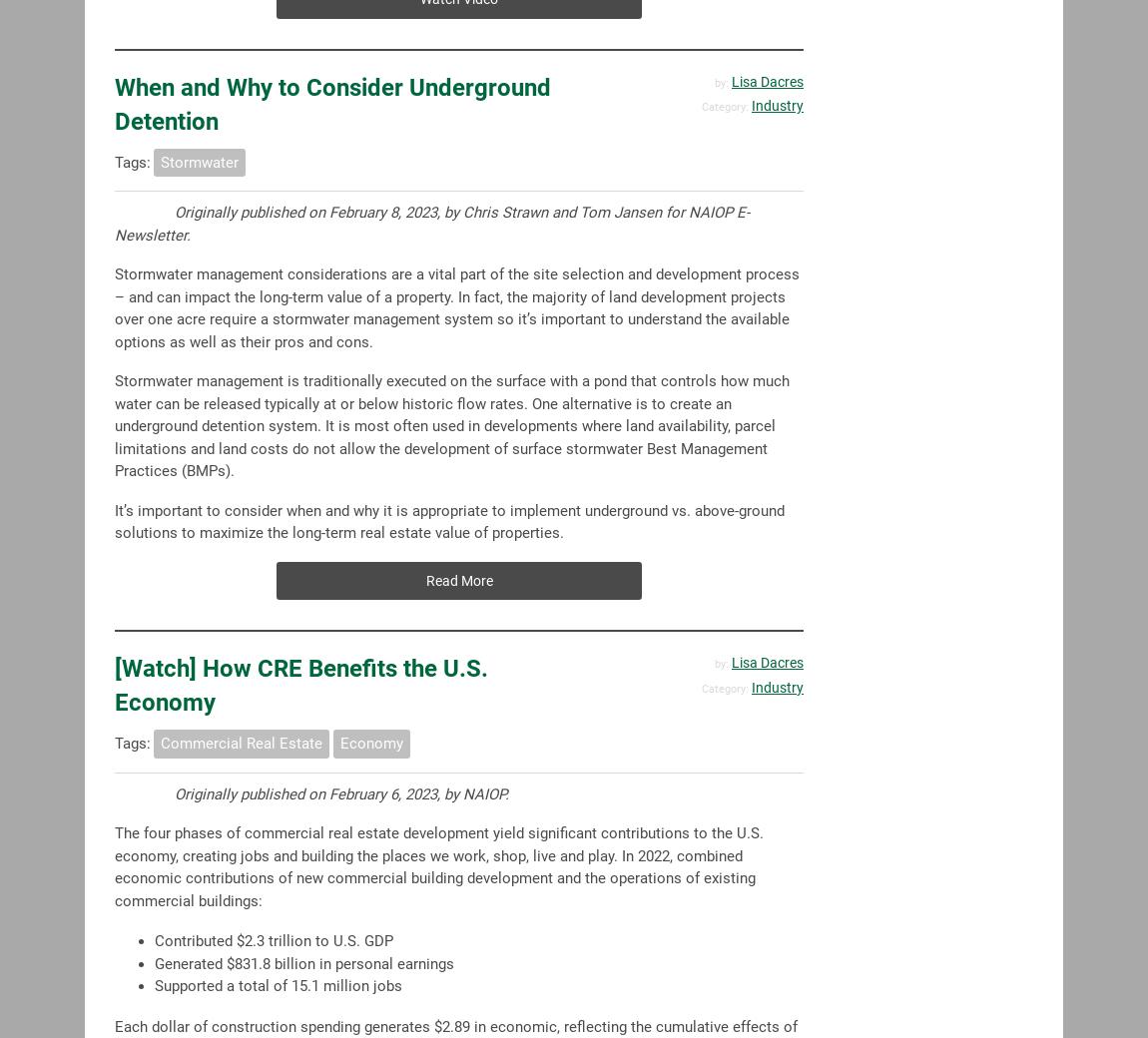 The height and width of the screenshot is (1038, 1148). I want to click on 'Stormwater', so click(198, 162).